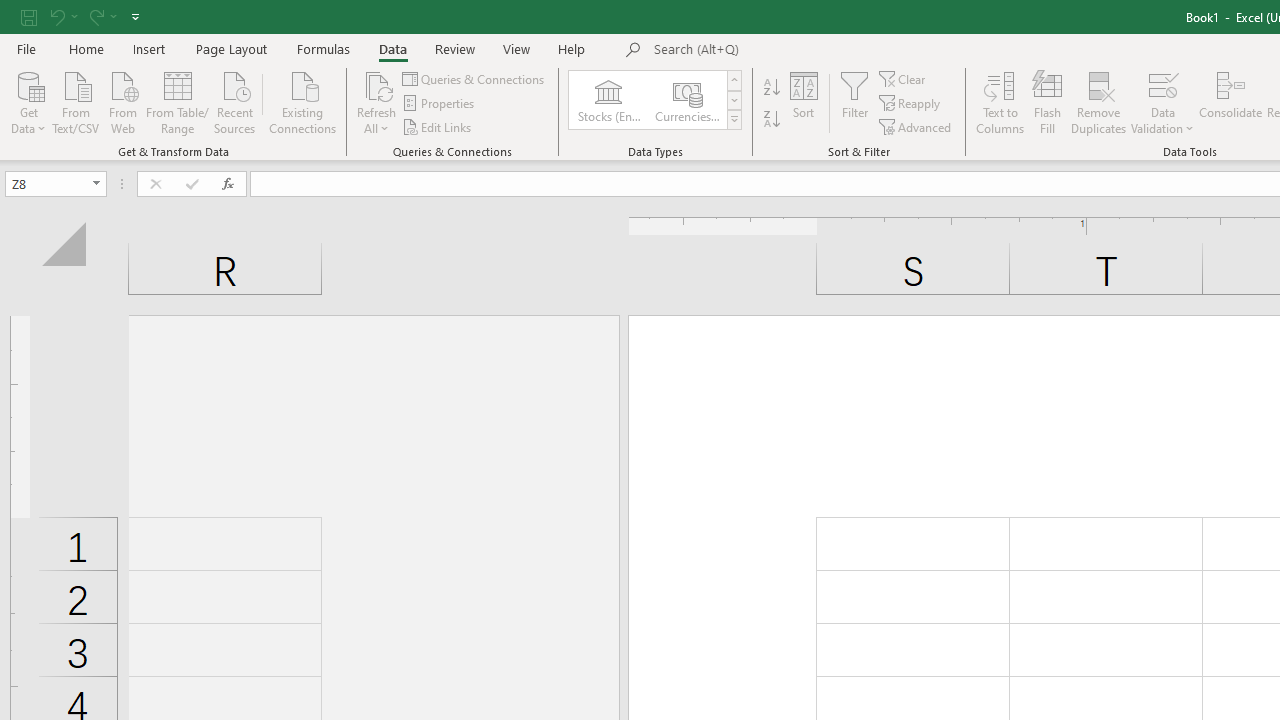 This screenshot has height=720, width=1280. I want to click on 'Existing Connections', so click(302, 101).